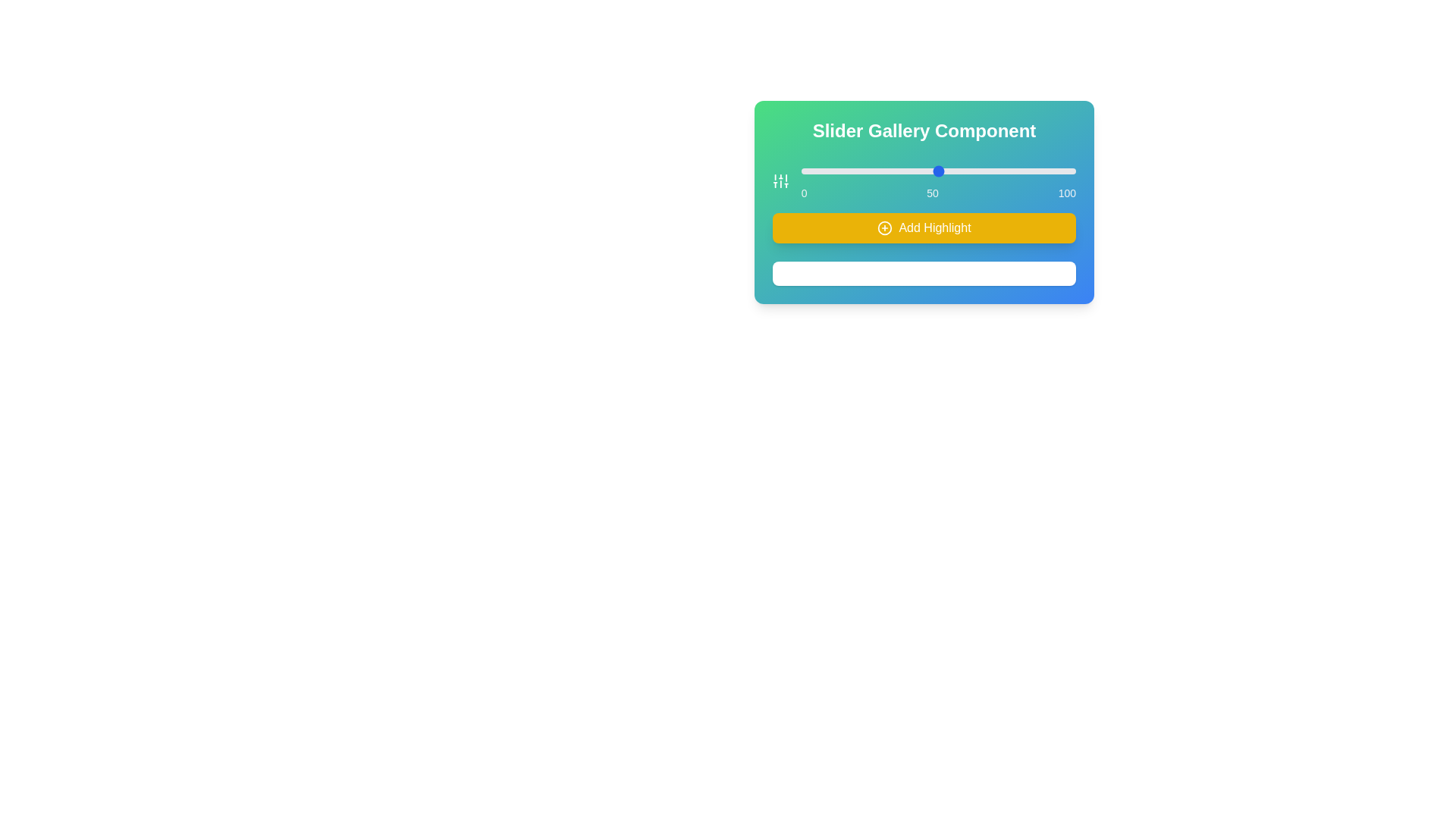  I want to click on the static label indicating the upper end of the numerical range (100) associated with the slider component, positioned at the far-right end among the numbers '0', '50', '100', so click(1066, 192).